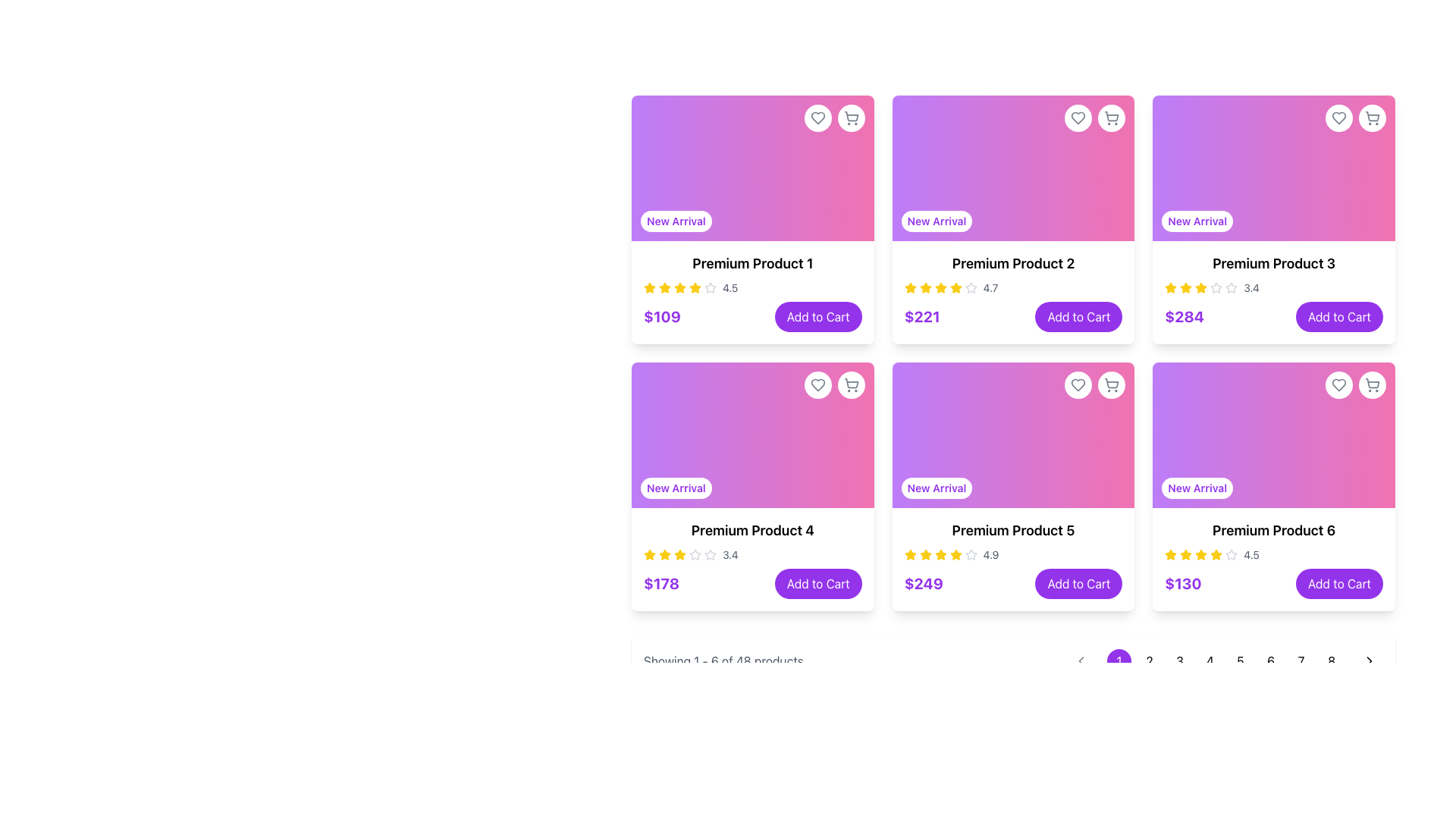 The image size is (1456, 819). I want to click on the shopping cart icon located in the top-right corner of the 'Premium Product 1' product card, so click(851, 117).